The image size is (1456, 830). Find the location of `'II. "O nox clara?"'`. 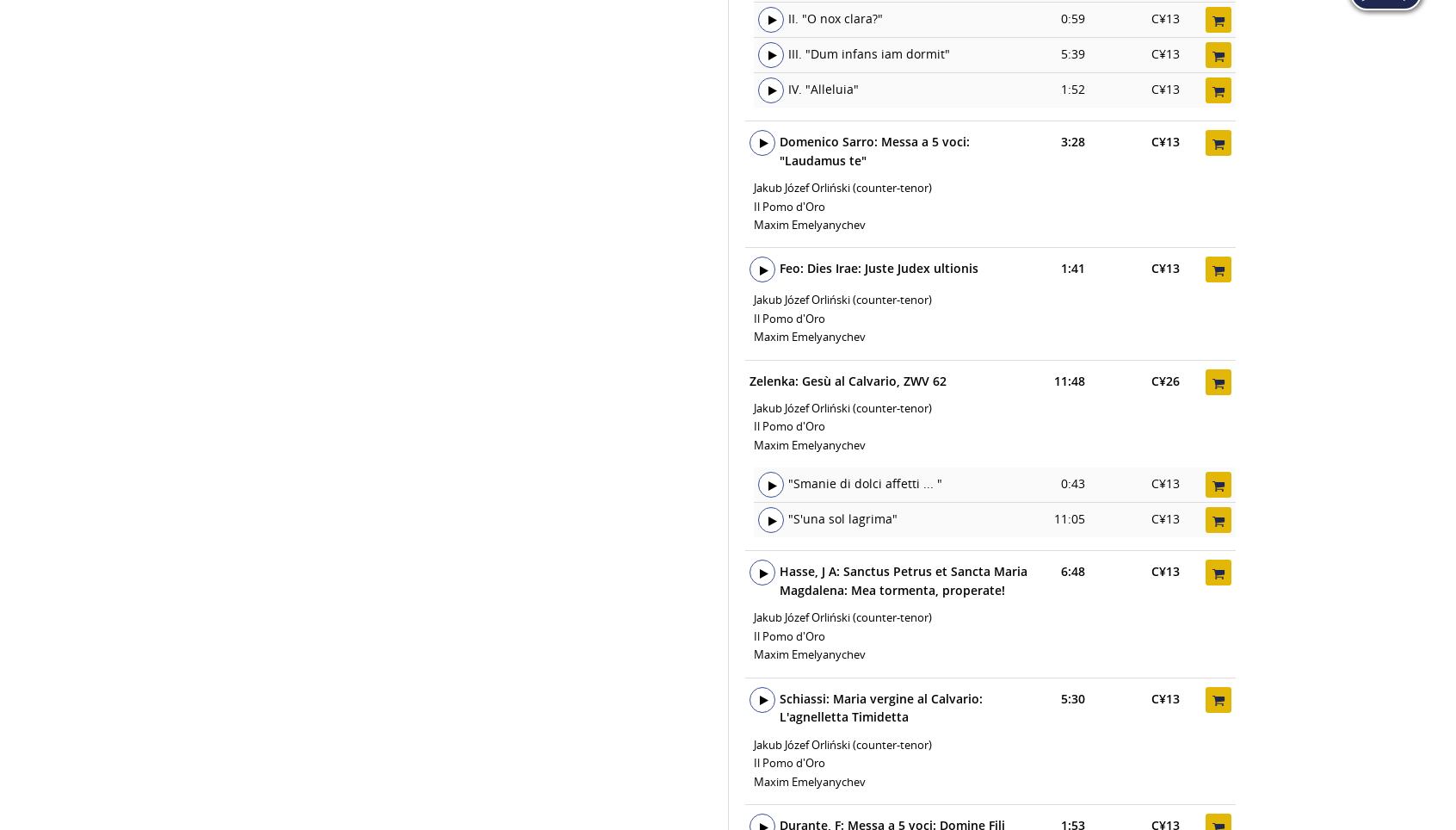

'II. "O nox clara?"' is located at coordinates (836, 17).